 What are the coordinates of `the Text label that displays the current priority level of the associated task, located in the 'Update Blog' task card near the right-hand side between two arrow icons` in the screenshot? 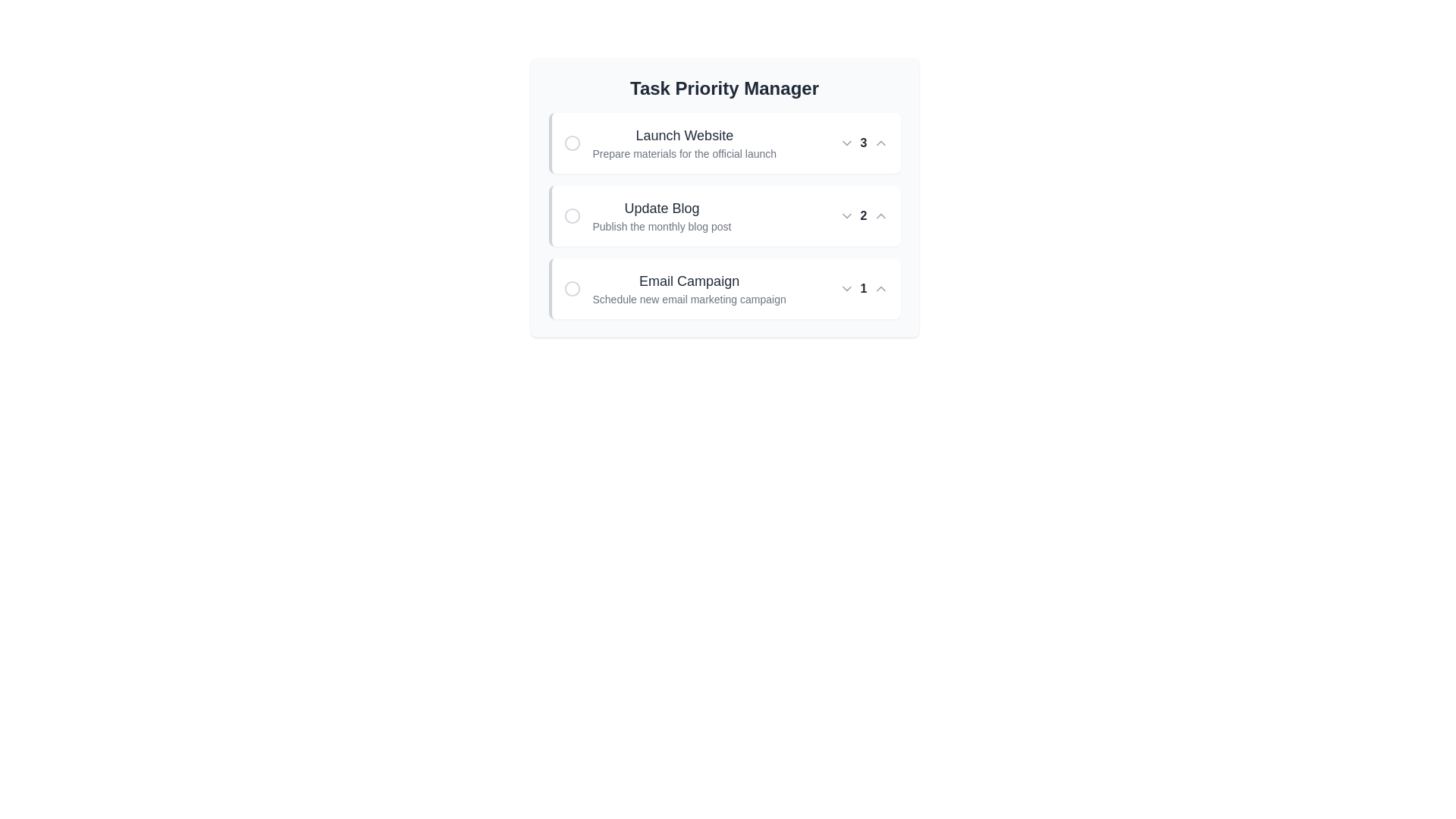 It's located at (864, 216).